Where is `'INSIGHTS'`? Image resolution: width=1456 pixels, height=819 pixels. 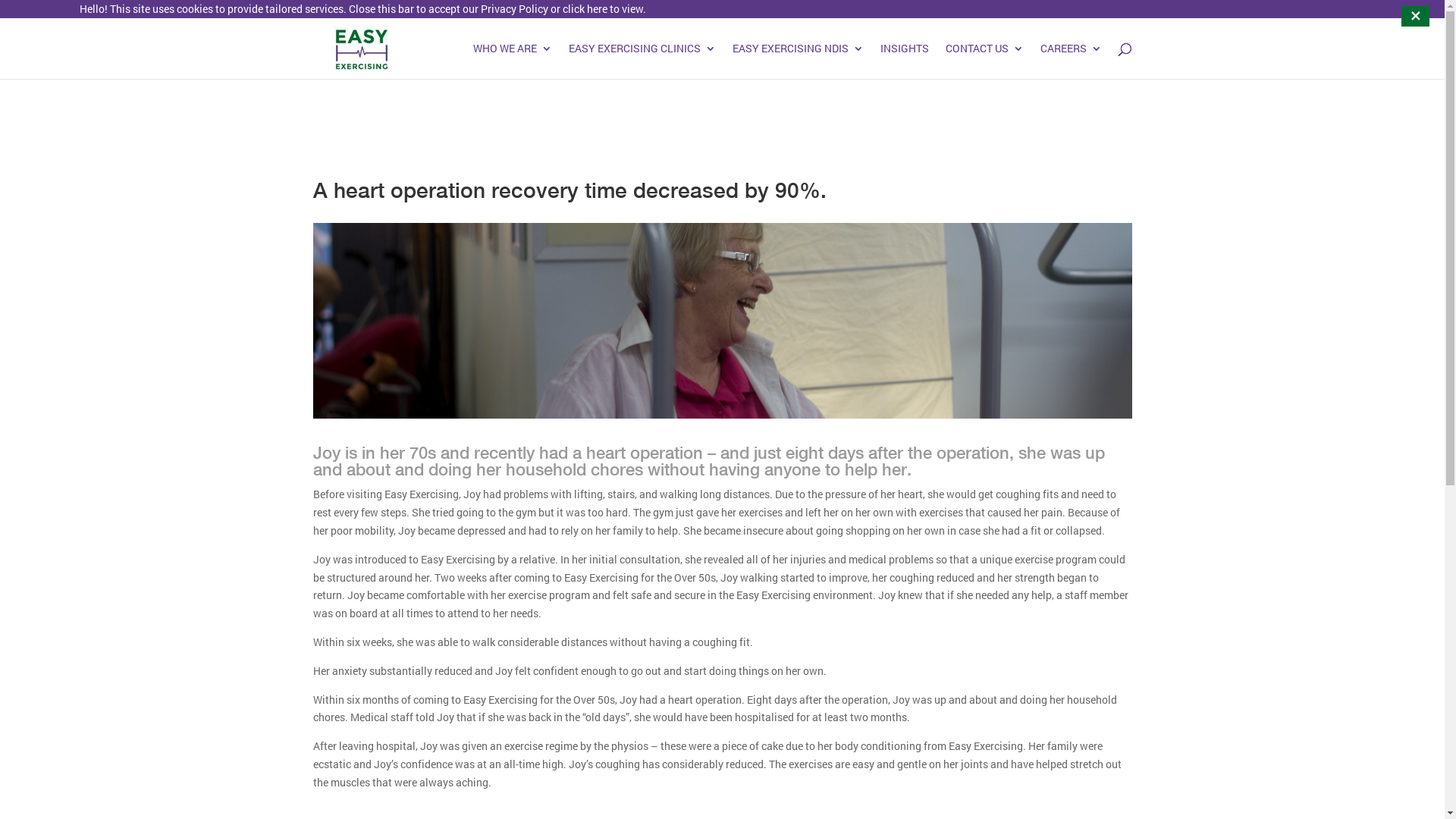
'INSIGHTS' is located at coordinates (903, 60).